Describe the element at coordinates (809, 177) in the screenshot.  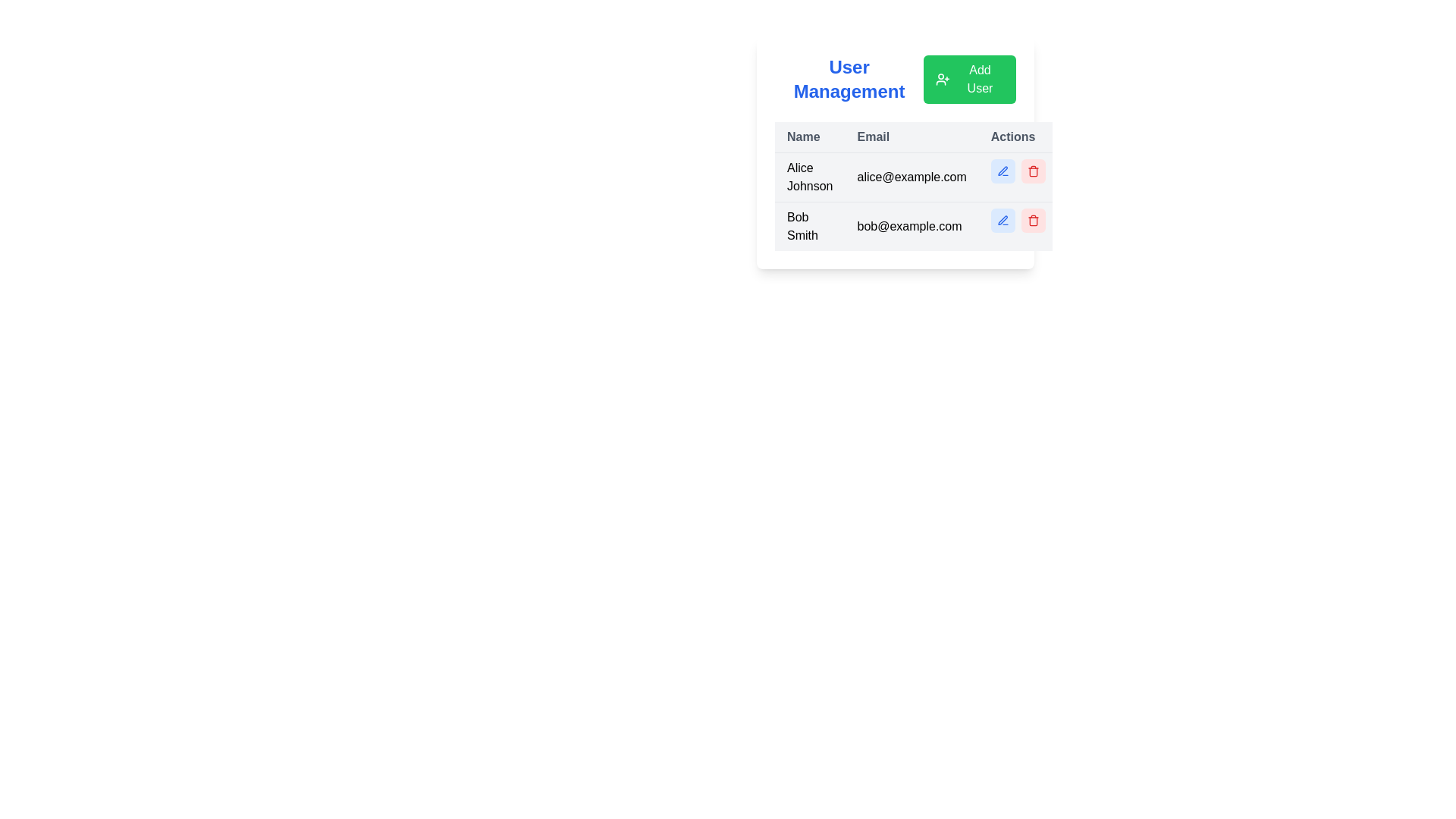
I see `the text label displaying 'Alice Johnson', which is the first cell in the 'Name' column of the table` at that location.